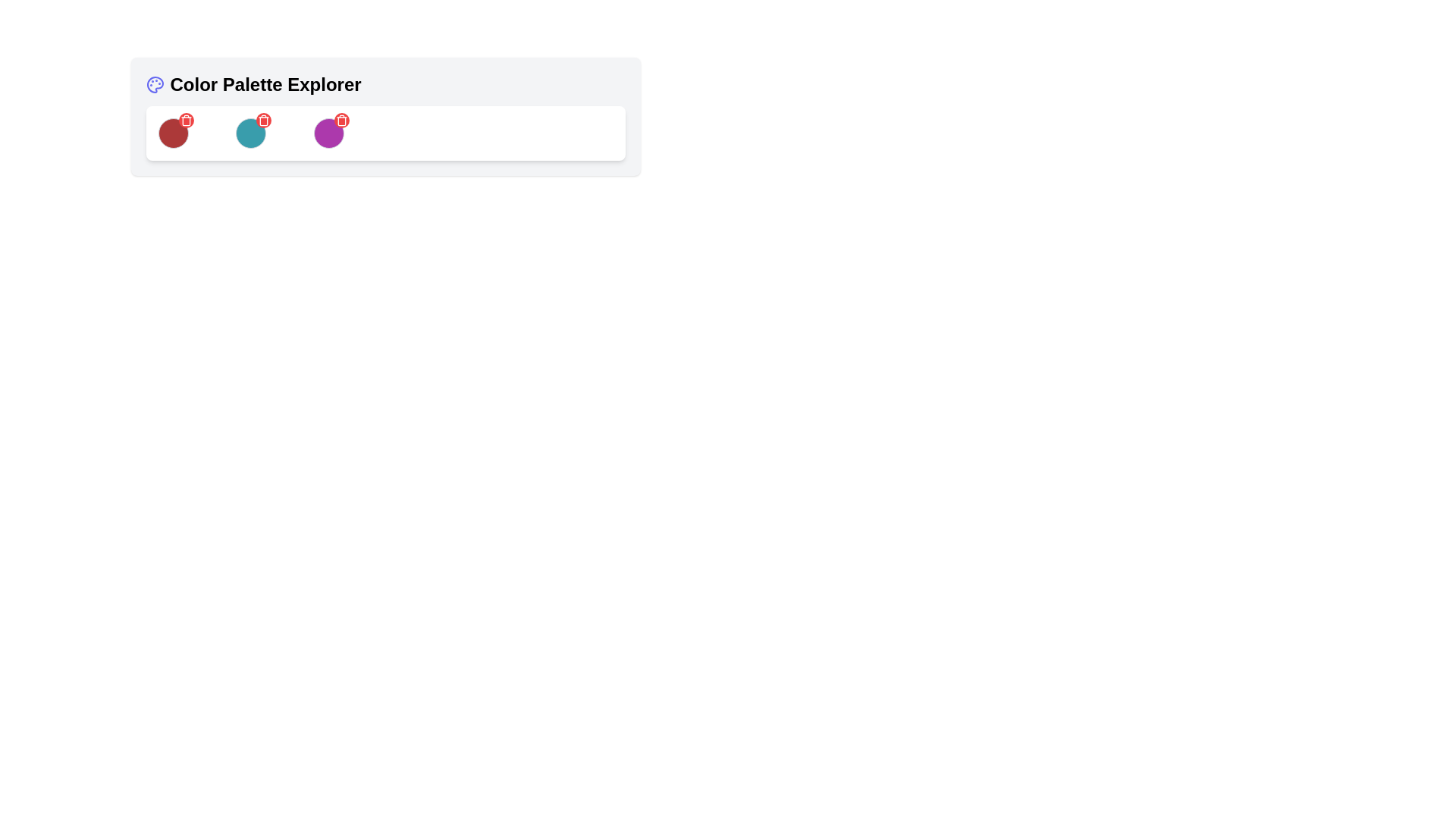 The height and width of the screenshot is (819, 1456). Describe the element at coordinates (173, 133) in the screenshot. I see `the first circular button in the grid layout` at that location.